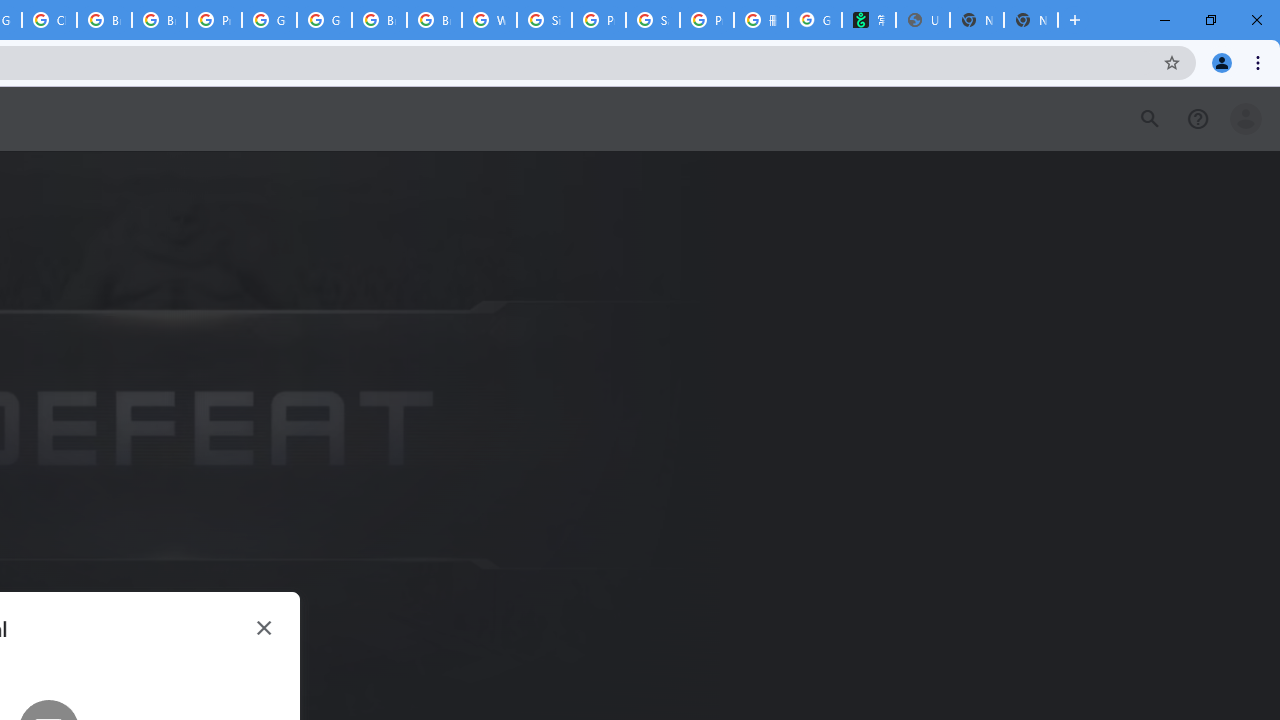 The width and height of the screenshot is (1280, 720). I want to click on 'Browse Chrome as a guest - Computer - Google Chrome Help', so click(379, 20).